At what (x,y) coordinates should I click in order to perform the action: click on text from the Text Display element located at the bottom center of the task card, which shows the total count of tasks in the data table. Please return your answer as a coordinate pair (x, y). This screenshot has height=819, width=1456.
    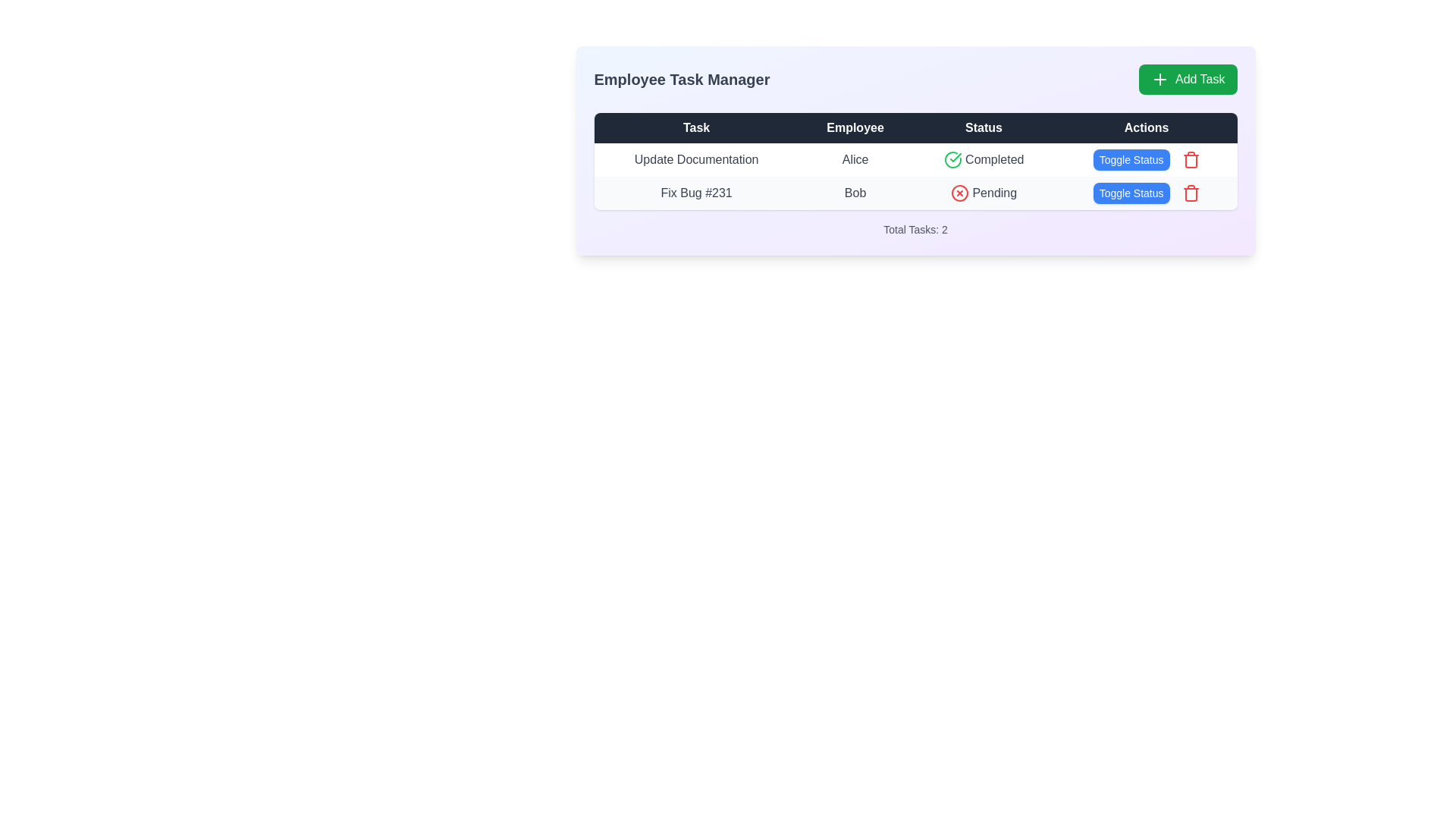
    Looking at the image, I should click on (915, 230).